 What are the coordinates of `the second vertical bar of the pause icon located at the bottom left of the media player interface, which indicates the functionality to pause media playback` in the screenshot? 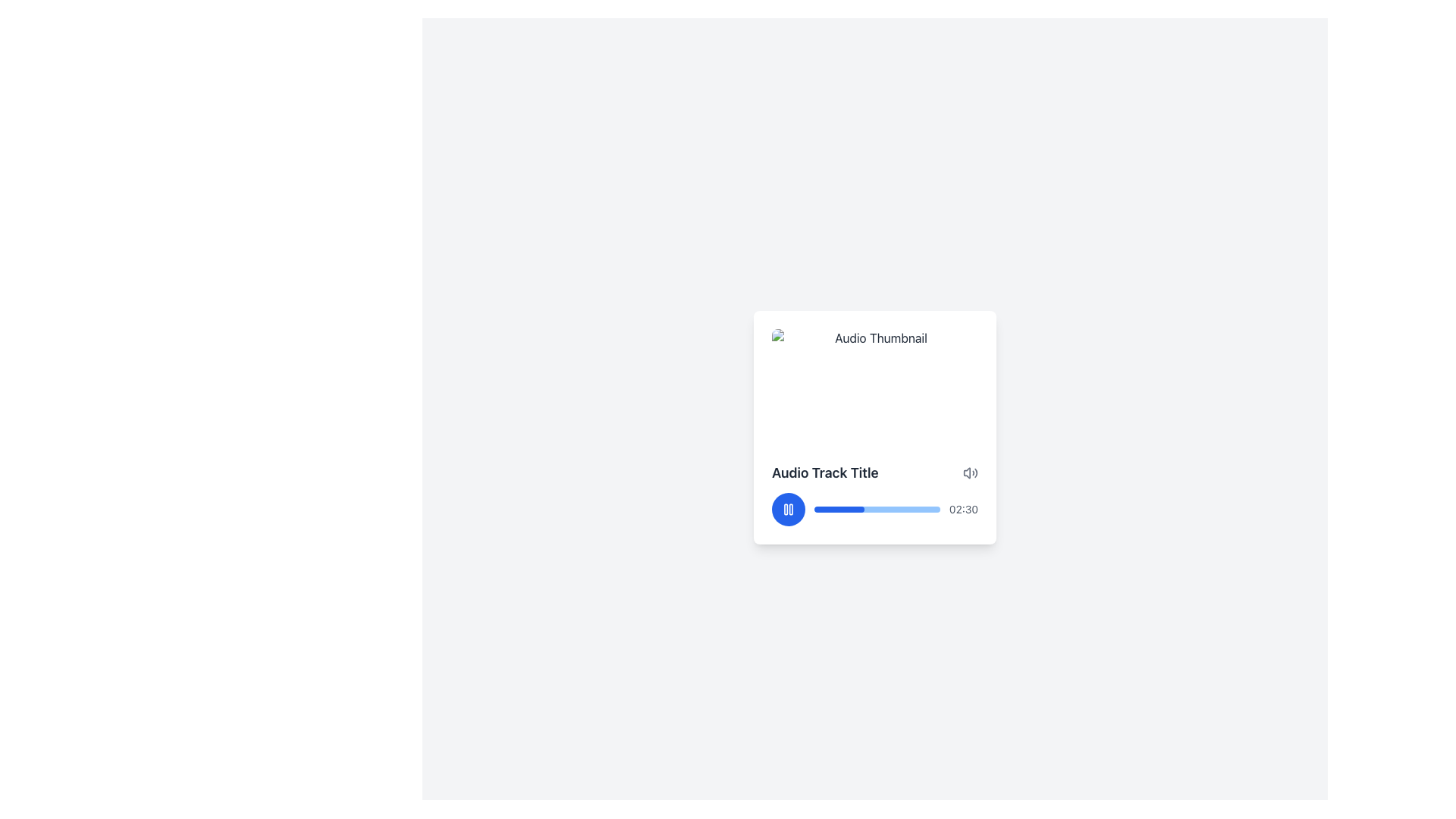 It's located at (790, 509).